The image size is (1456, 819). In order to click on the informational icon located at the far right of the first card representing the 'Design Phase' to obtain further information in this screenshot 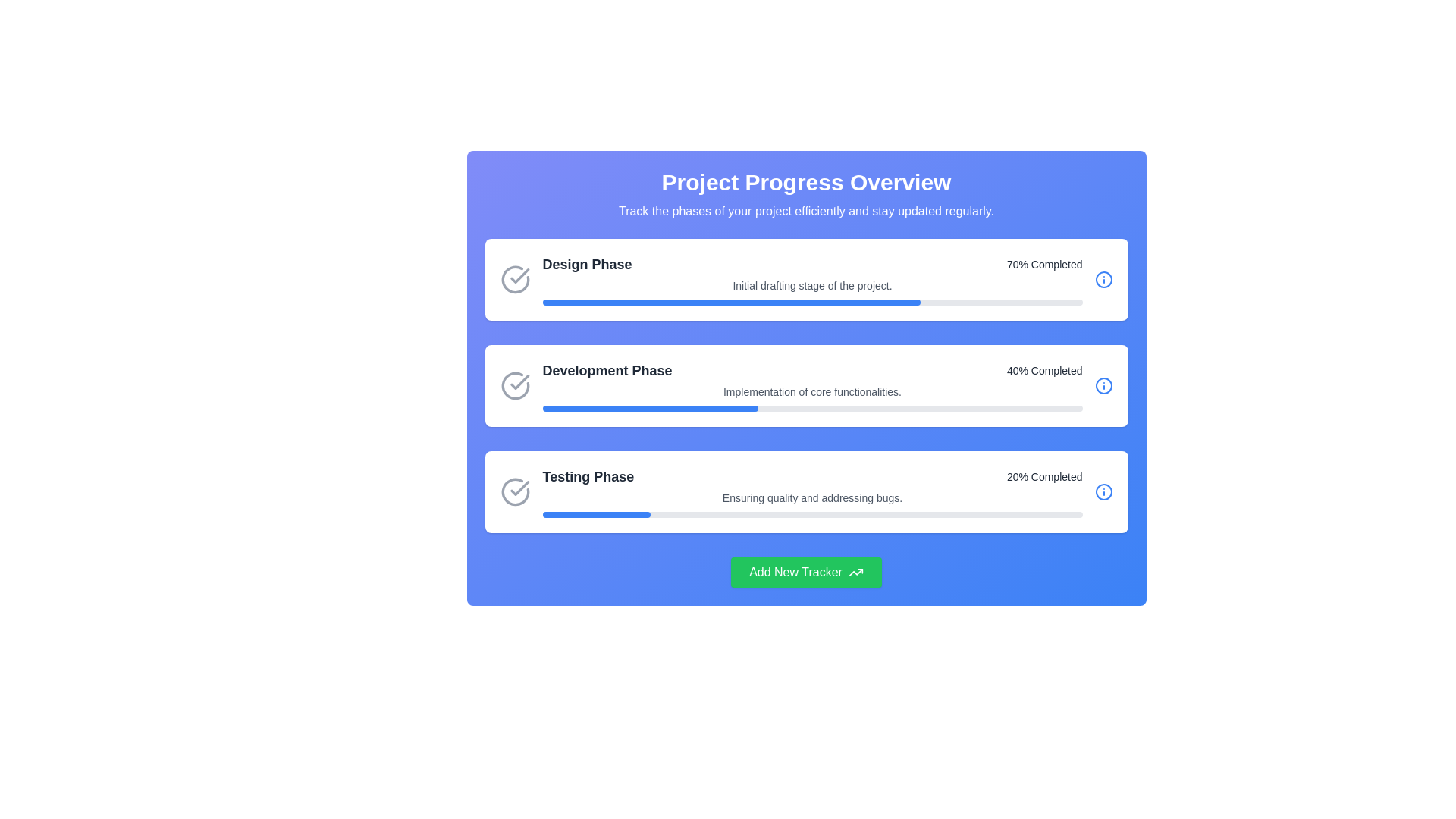, I will do `click(1103, 280)`.